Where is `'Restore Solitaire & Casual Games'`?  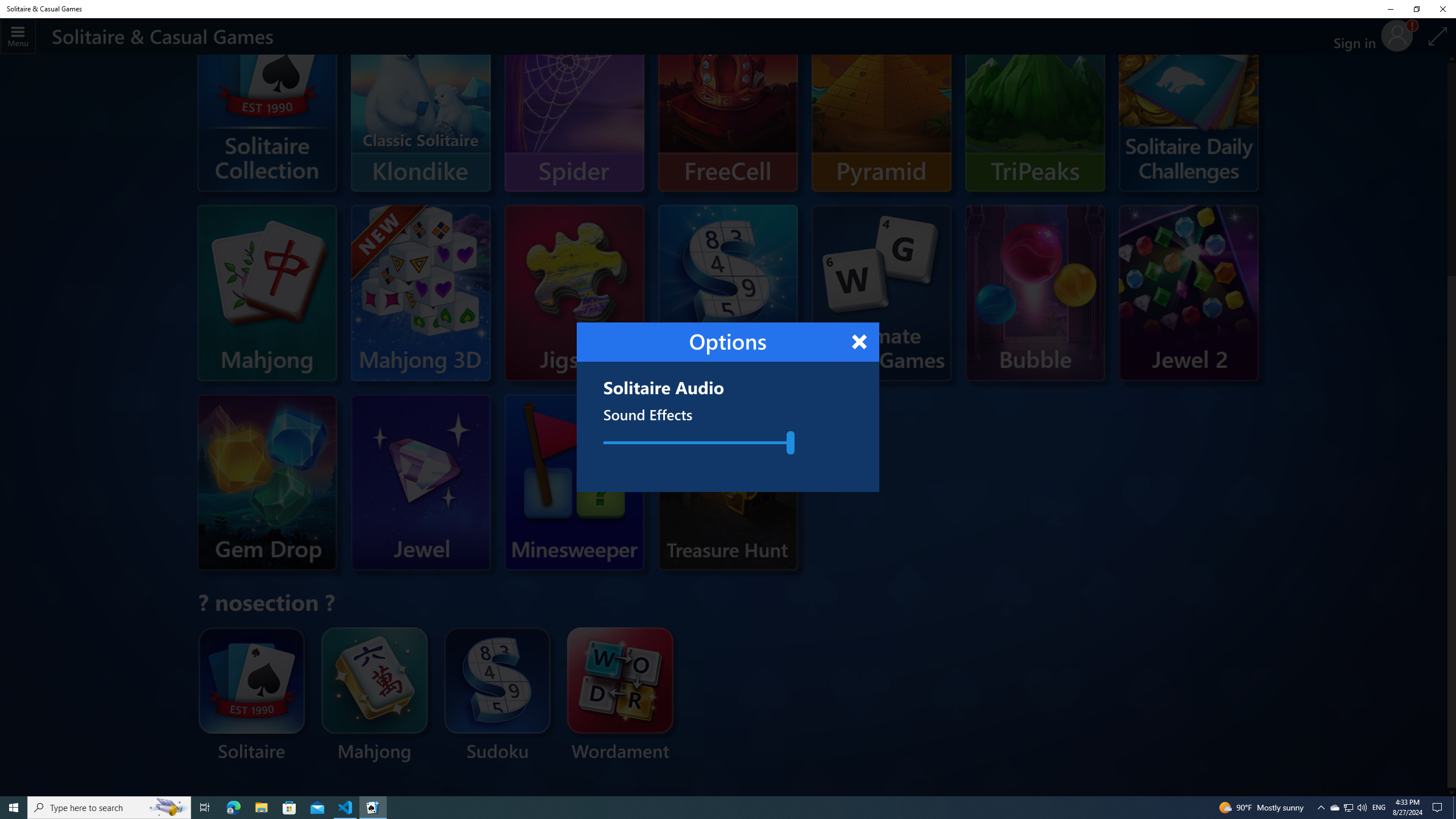 'Restore Solitaire & Casual Games' is located at coordinates (1416, 9).